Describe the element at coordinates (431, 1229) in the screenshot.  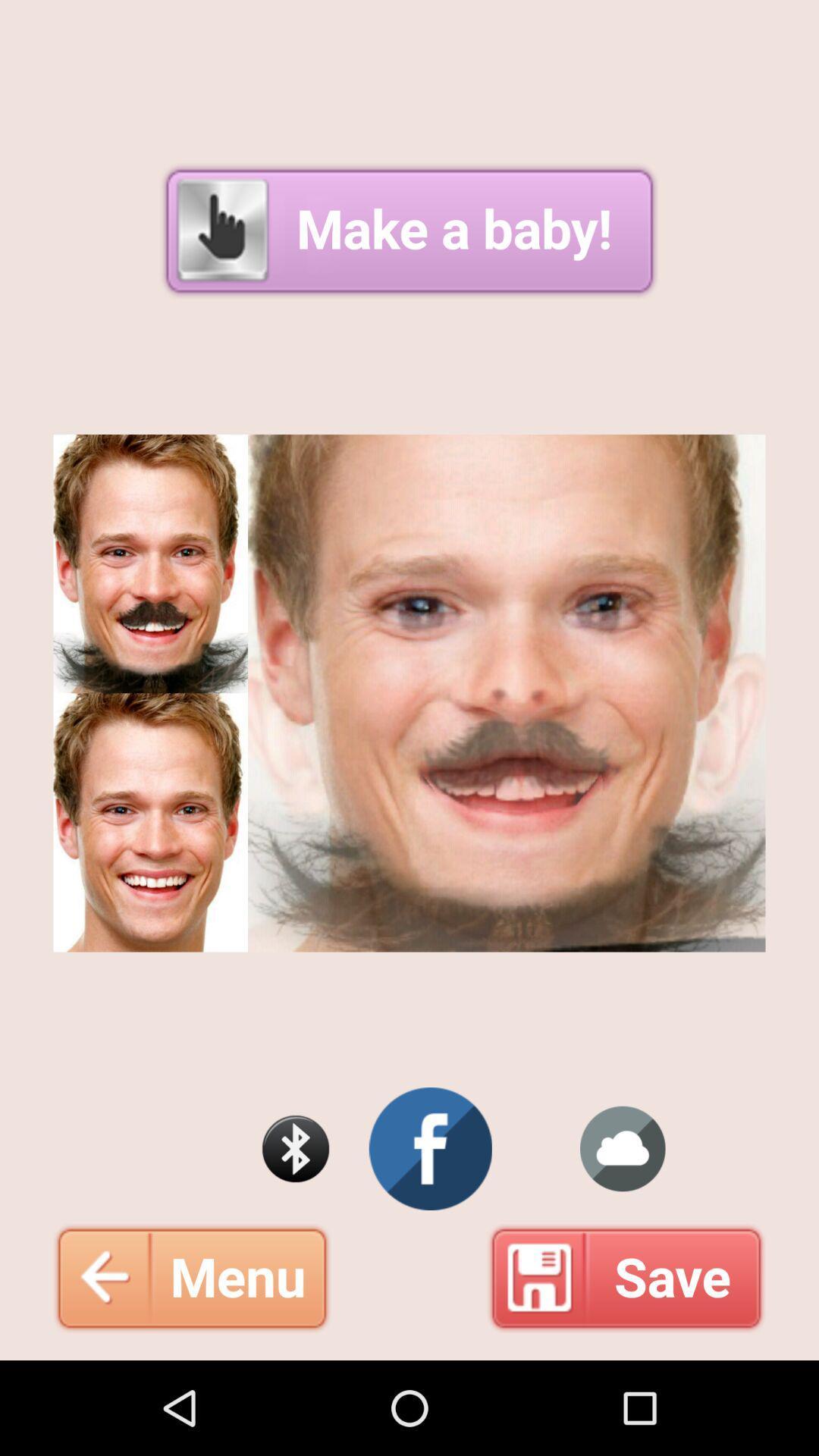
I see `the facebook icon` at that location.